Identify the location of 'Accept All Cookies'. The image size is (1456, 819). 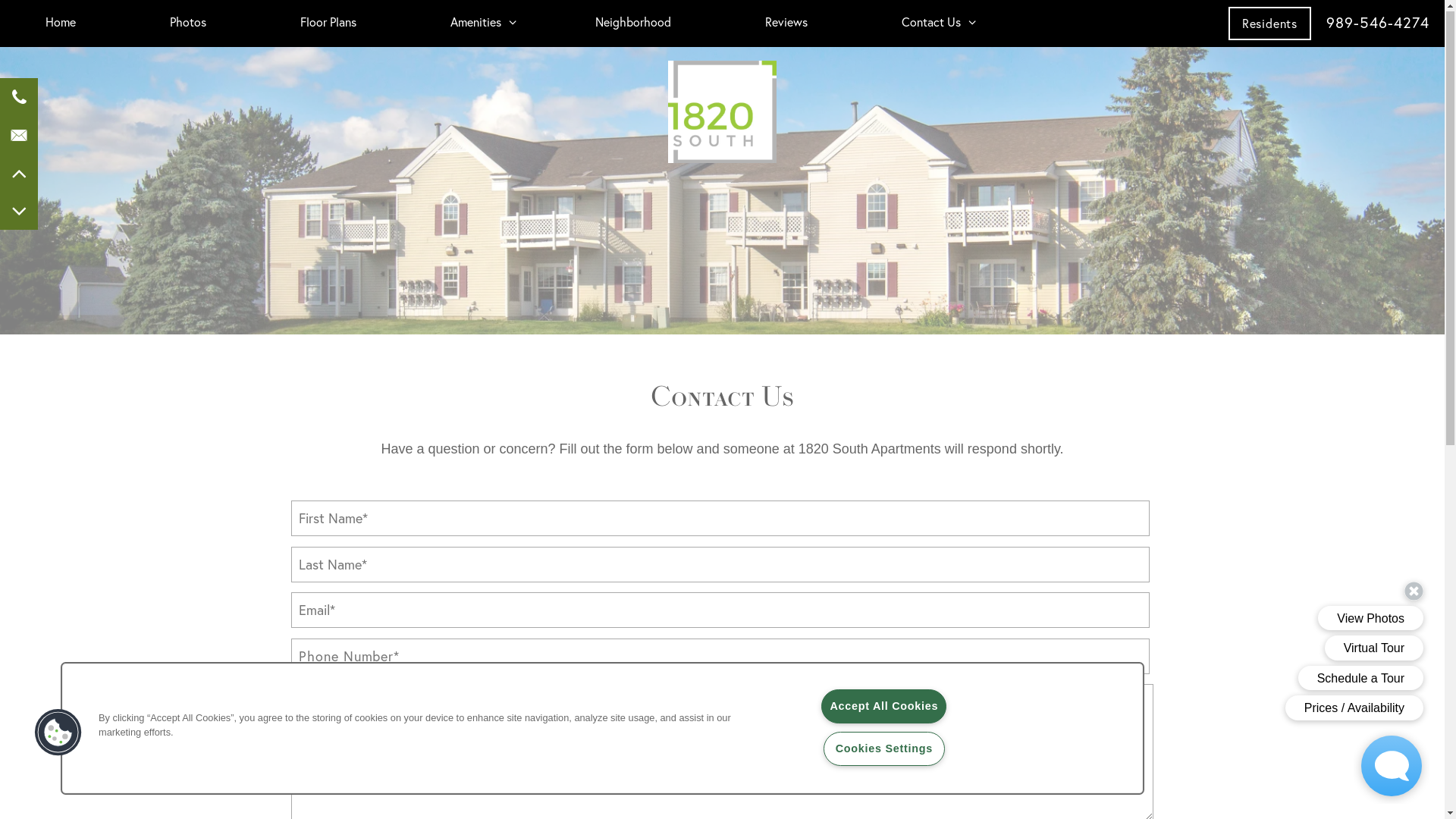
(883, 707).